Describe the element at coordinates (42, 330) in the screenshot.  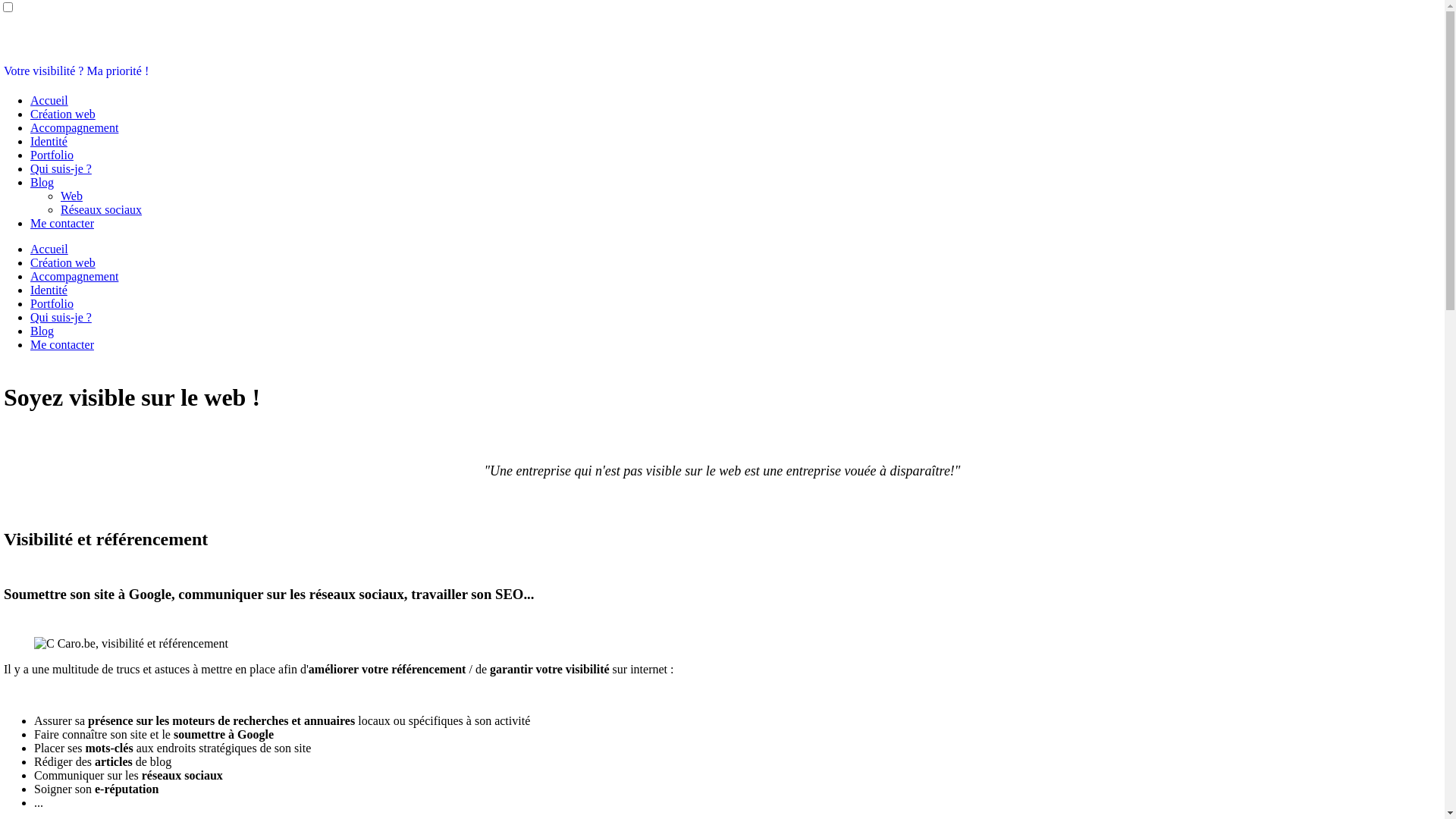
I see `'Blog'` at that location.